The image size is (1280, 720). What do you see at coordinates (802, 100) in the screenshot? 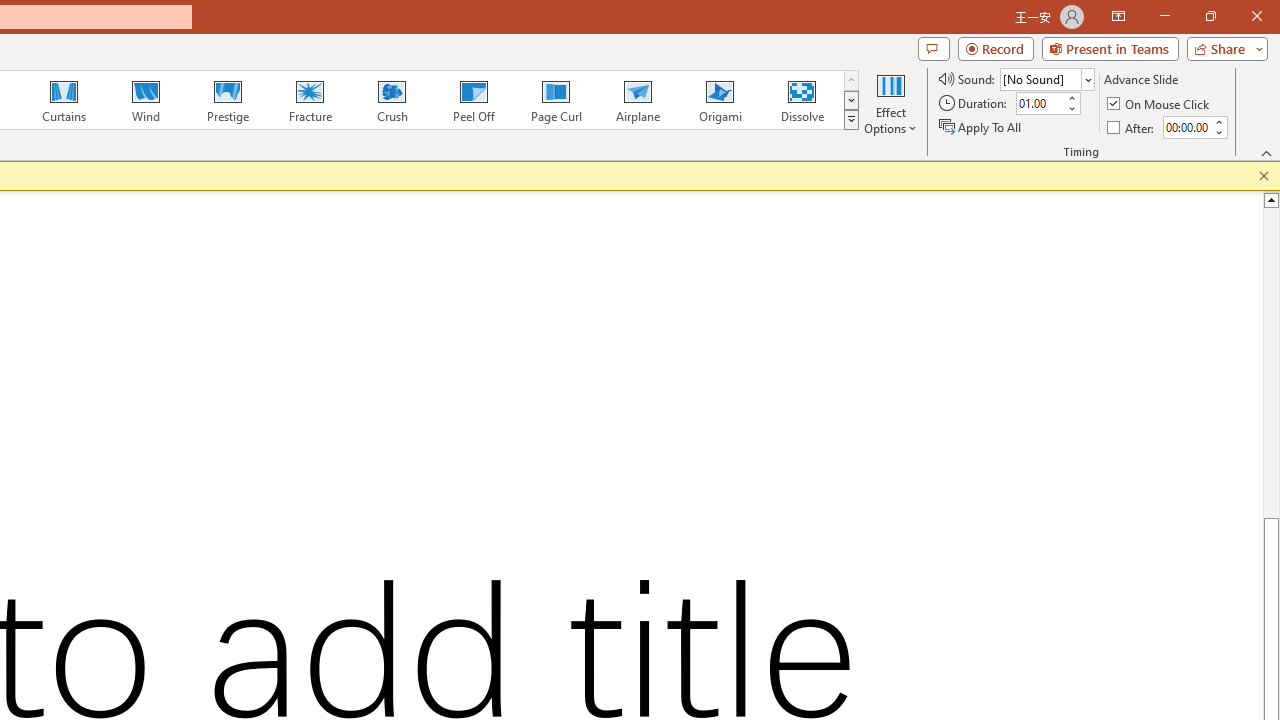
I see `'Dissolve'` at bounding box center [802, 100].